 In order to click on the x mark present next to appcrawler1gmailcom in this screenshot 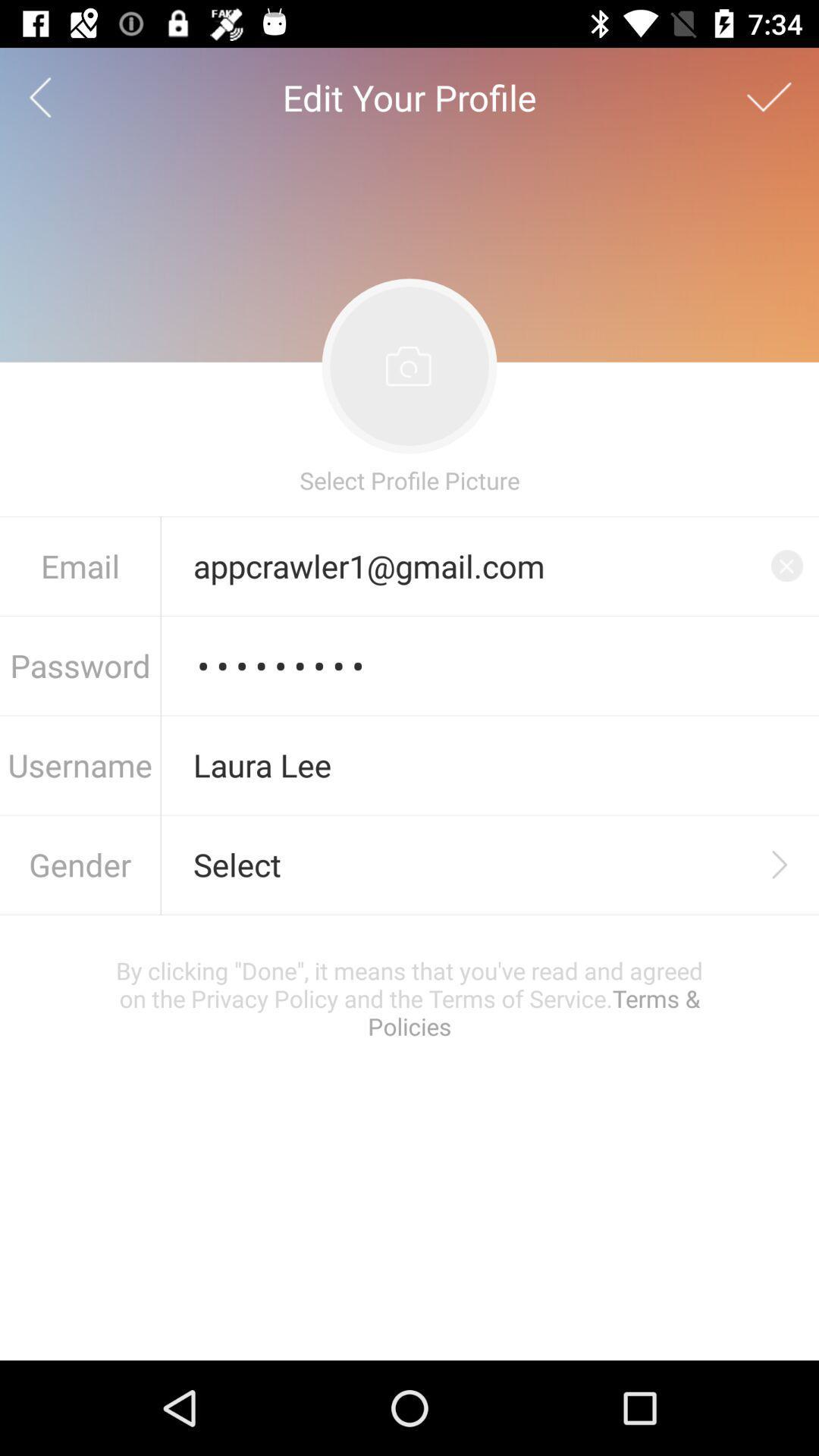, I will do `click(786, 564)`.